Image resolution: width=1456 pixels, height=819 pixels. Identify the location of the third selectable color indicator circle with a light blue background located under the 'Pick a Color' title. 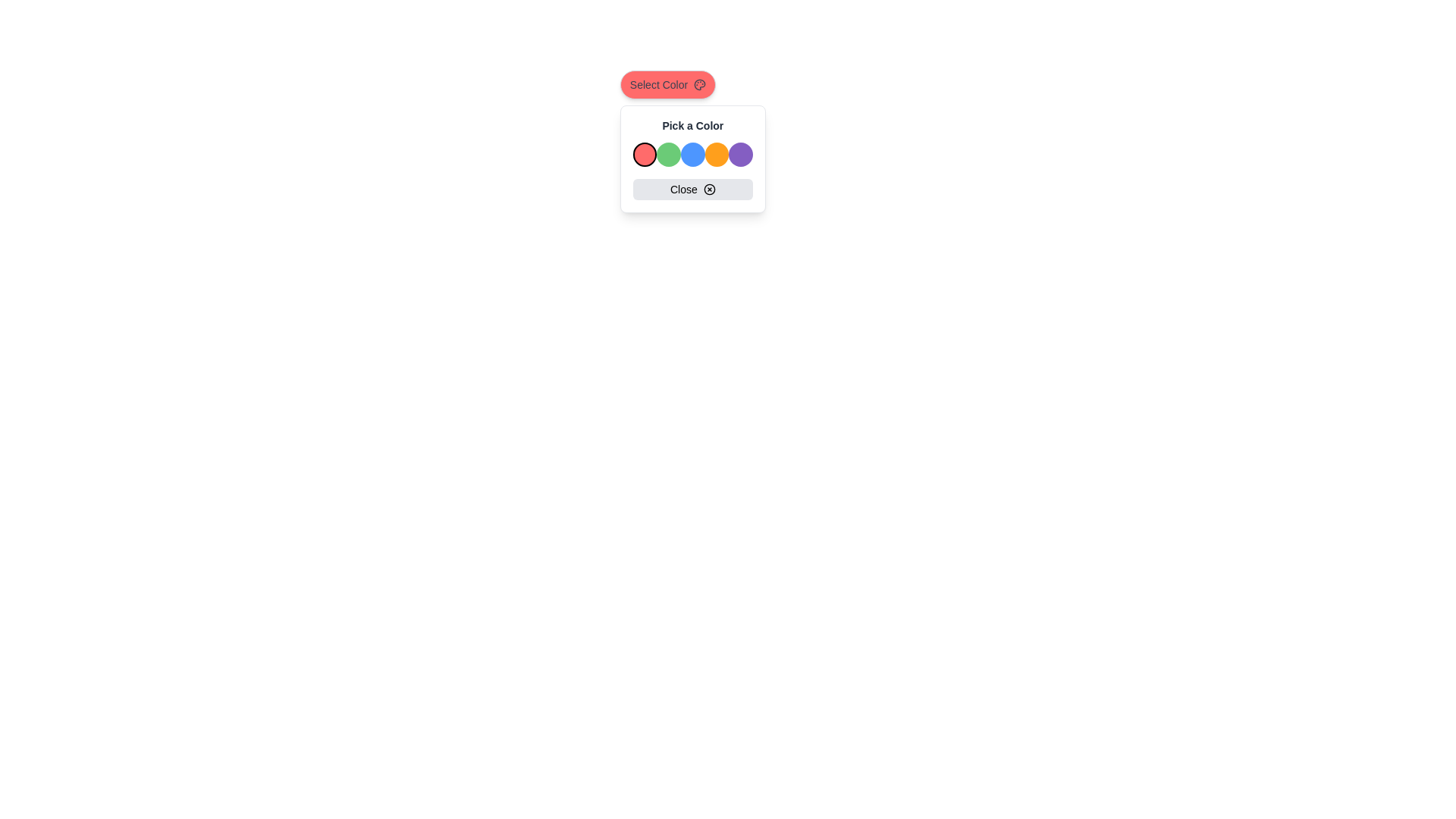
(692, 155).